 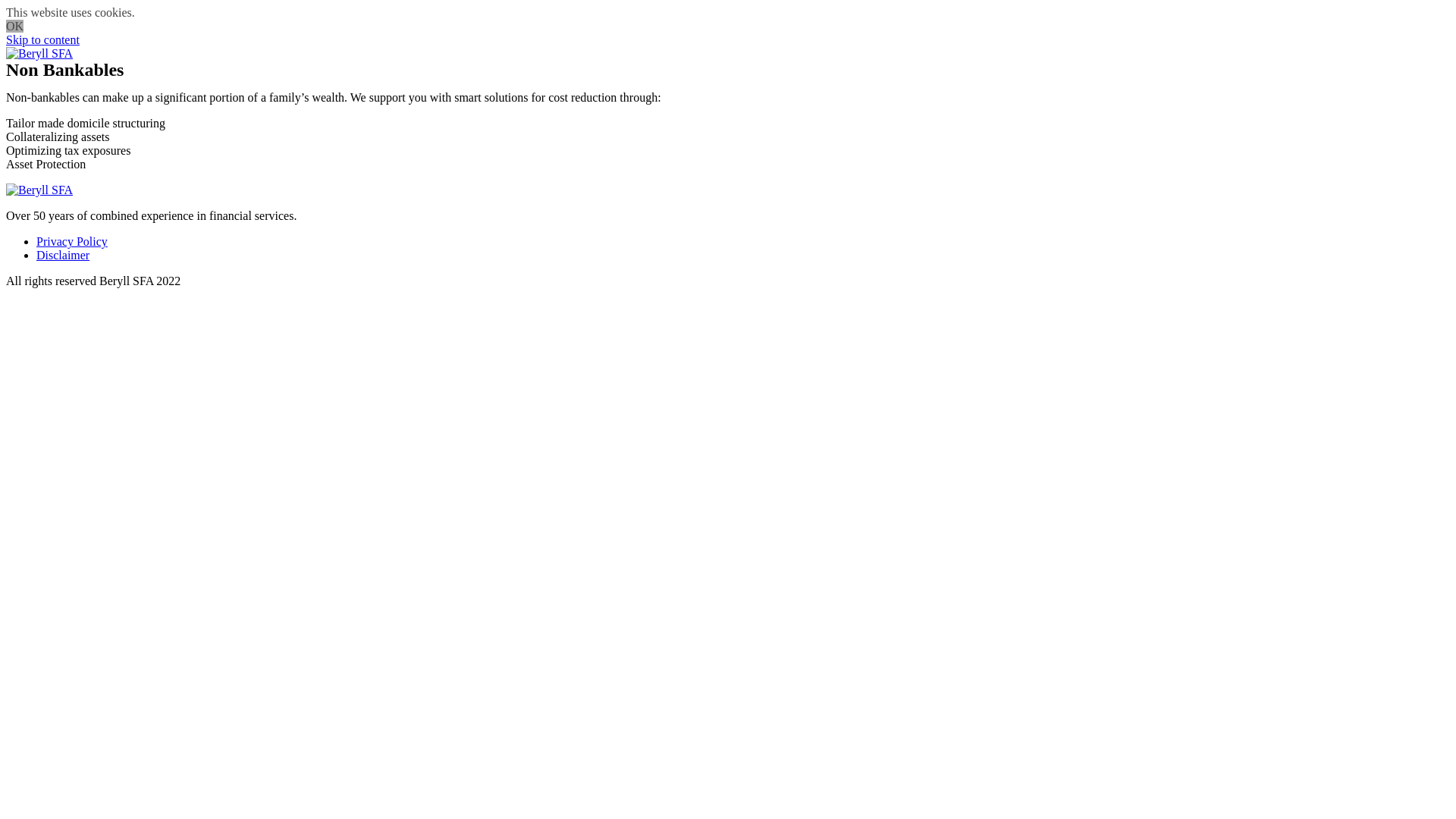 I want to click on 'Skip to content', so click(x=42, y=39).